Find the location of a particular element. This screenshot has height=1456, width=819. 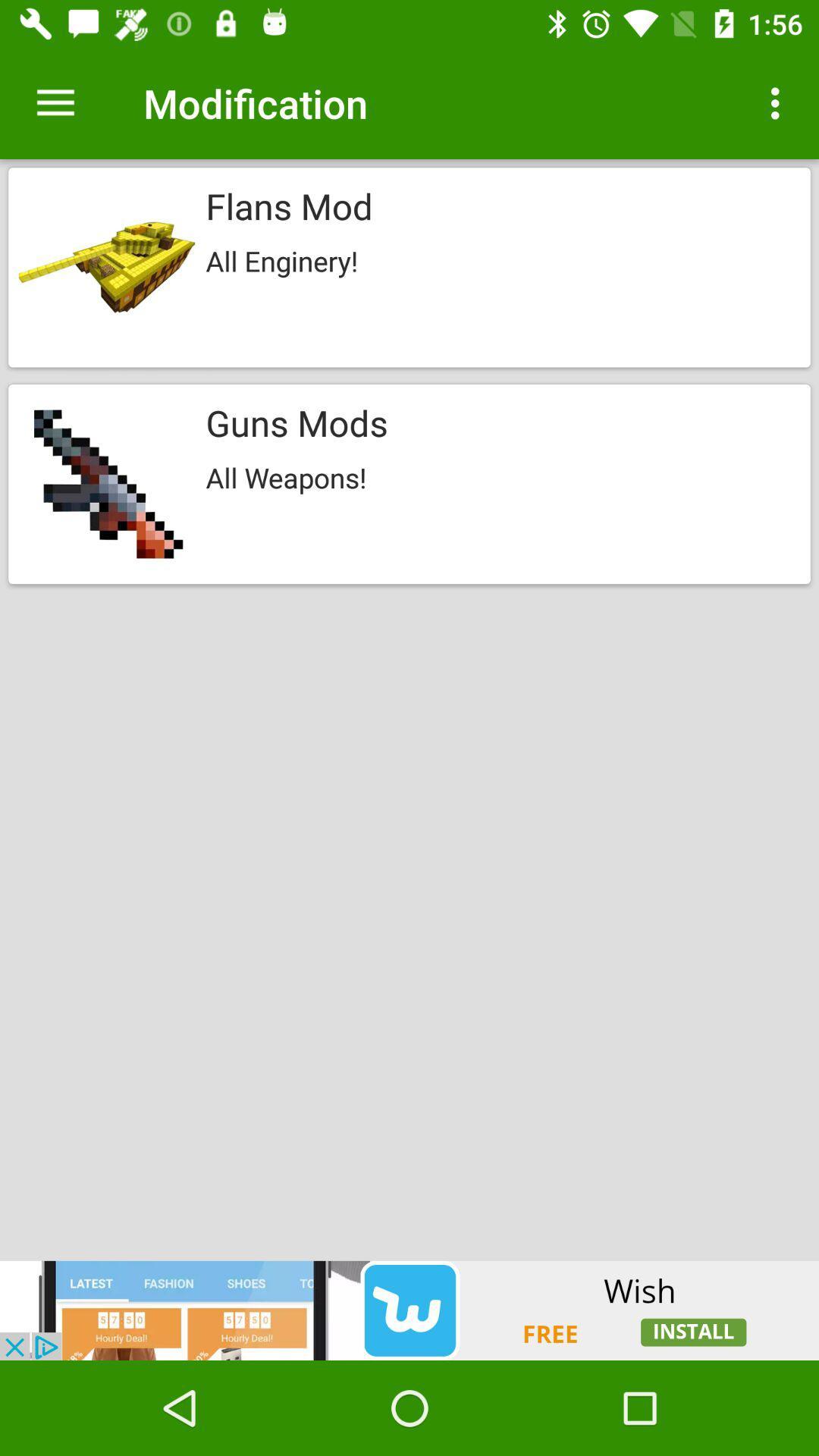

visit our advertisements is located at coordinates (409, 1310).